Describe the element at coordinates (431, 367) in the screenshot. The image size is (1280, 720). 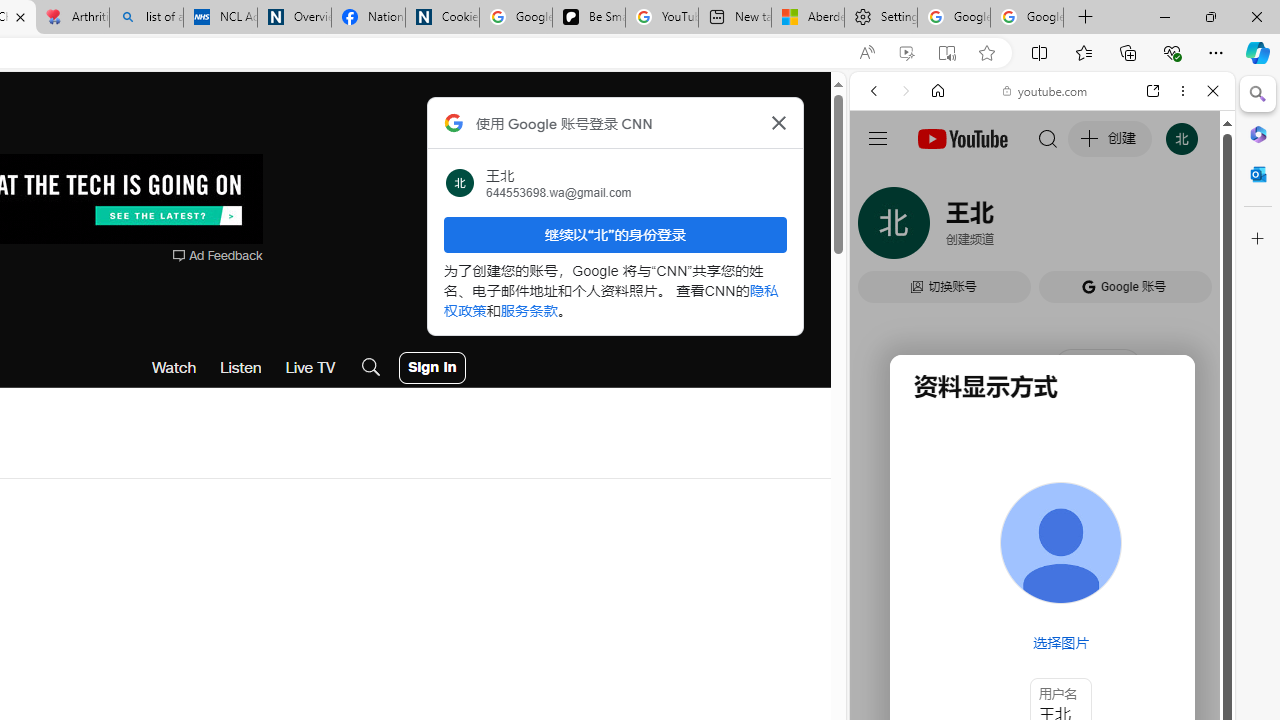
I see `'User Account Log In Button'` at that location.